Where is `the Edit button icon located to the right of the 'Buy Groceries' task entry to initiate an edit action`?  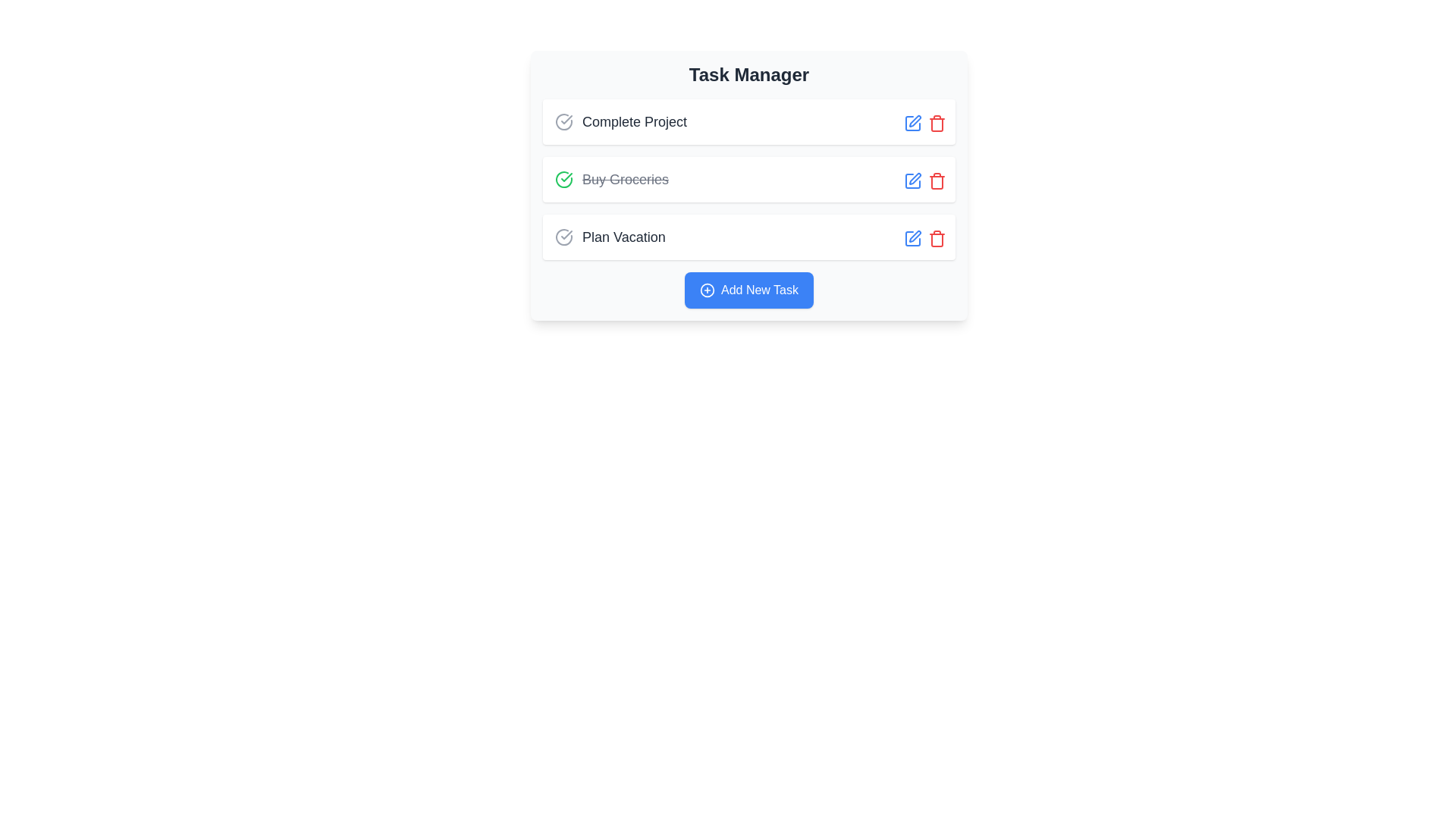 the Edit button icon located to the right of the 'Buy Groceries' task entry to initiate an edit action is located at coordinates (910, 178).